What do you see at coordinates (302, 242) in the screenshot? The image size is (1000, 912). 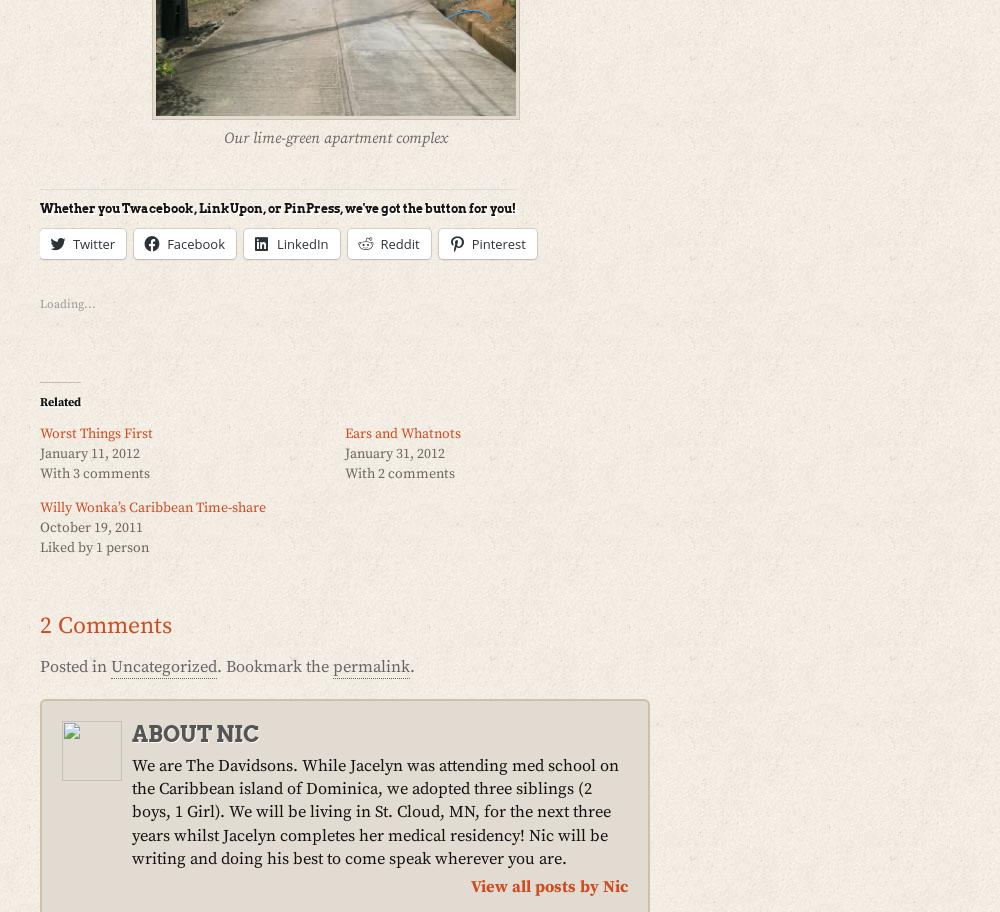 I see `'LinkedIn'` at bounding box center [302, 242].